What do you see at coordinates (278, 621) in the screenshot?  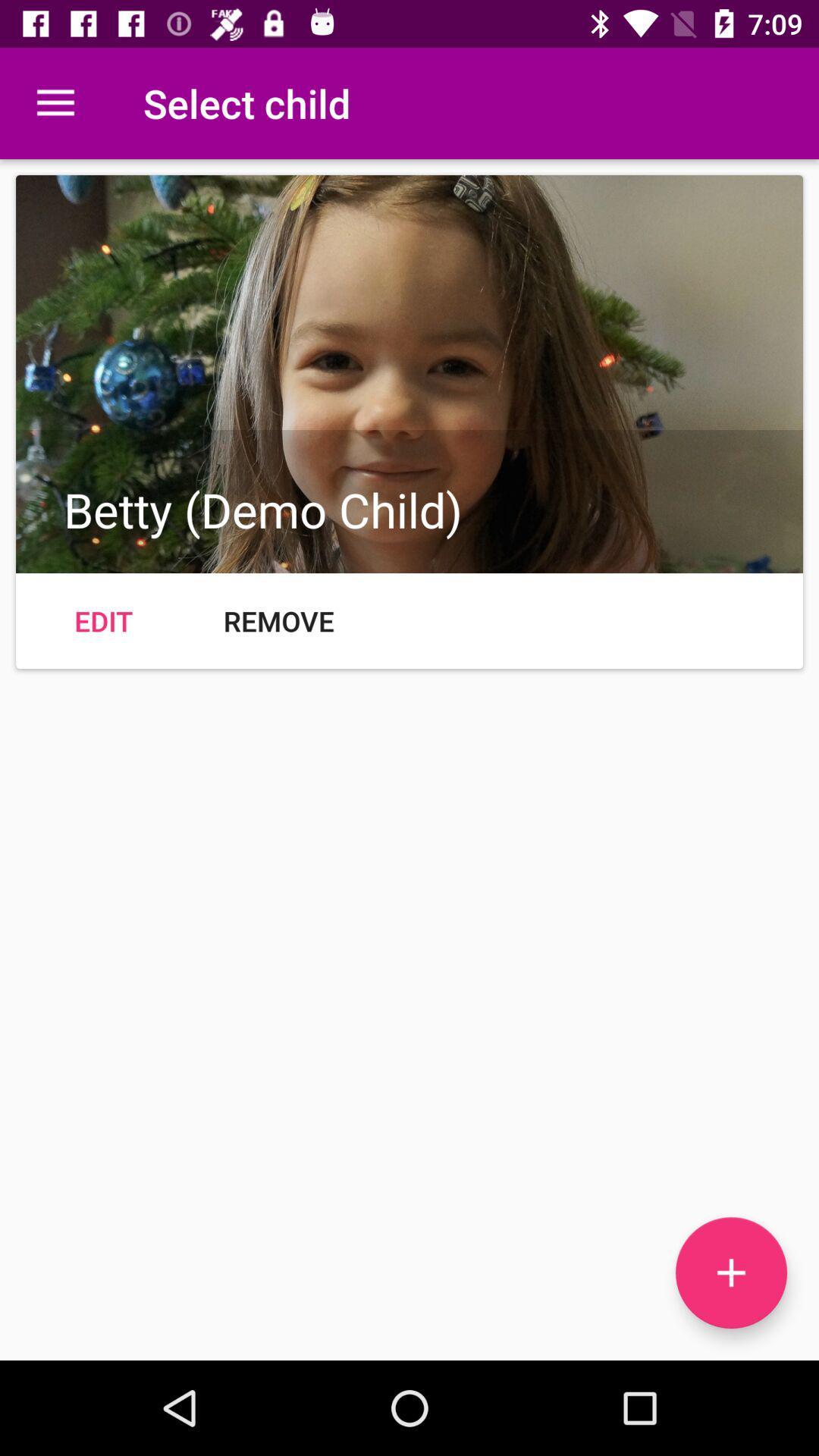 I see `the remove item` at bounding box center [278, 621].